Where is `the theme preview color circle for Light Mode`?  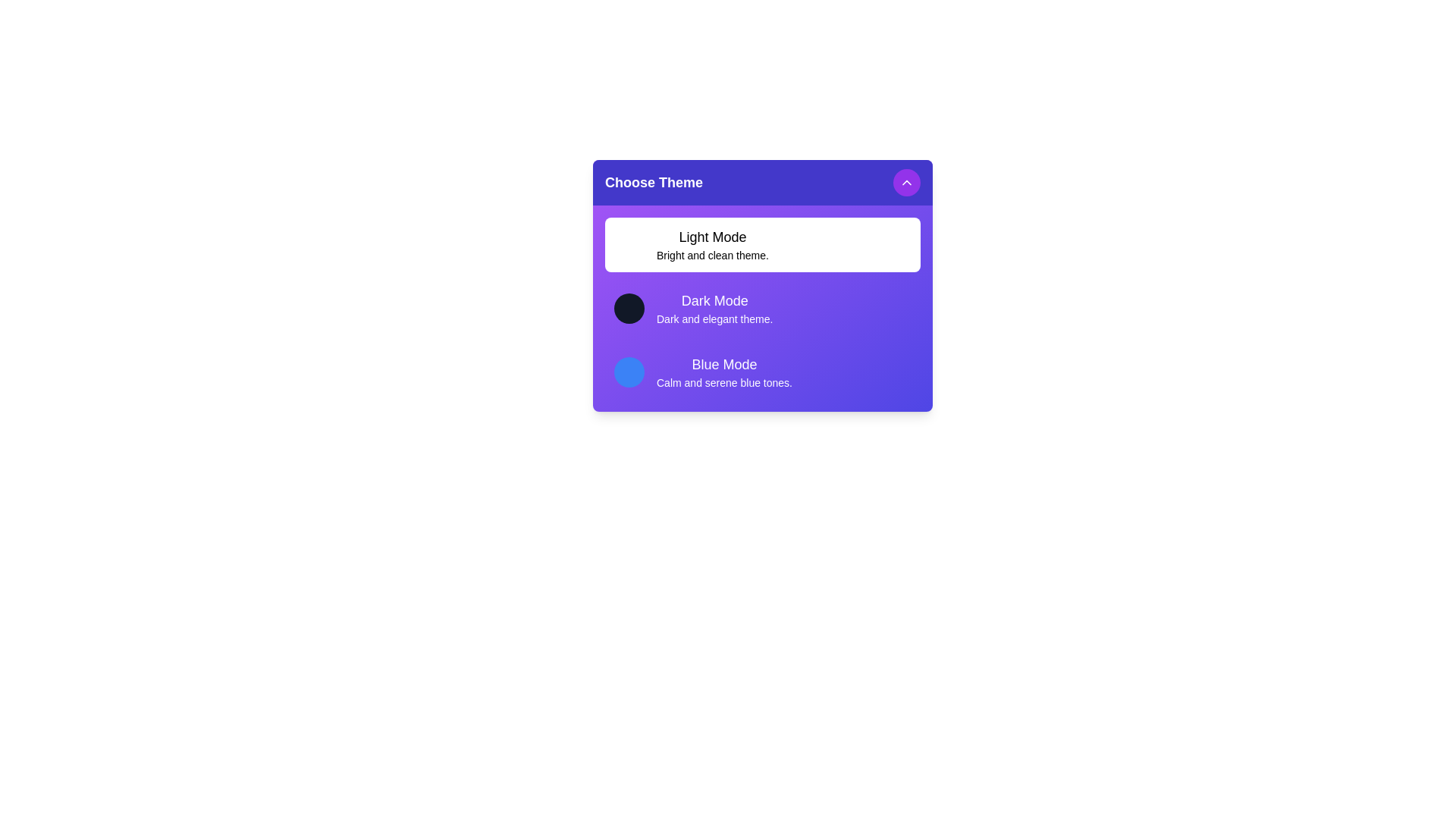 the theme preview color circle for Light Mode is located at coordinates (629, 244).